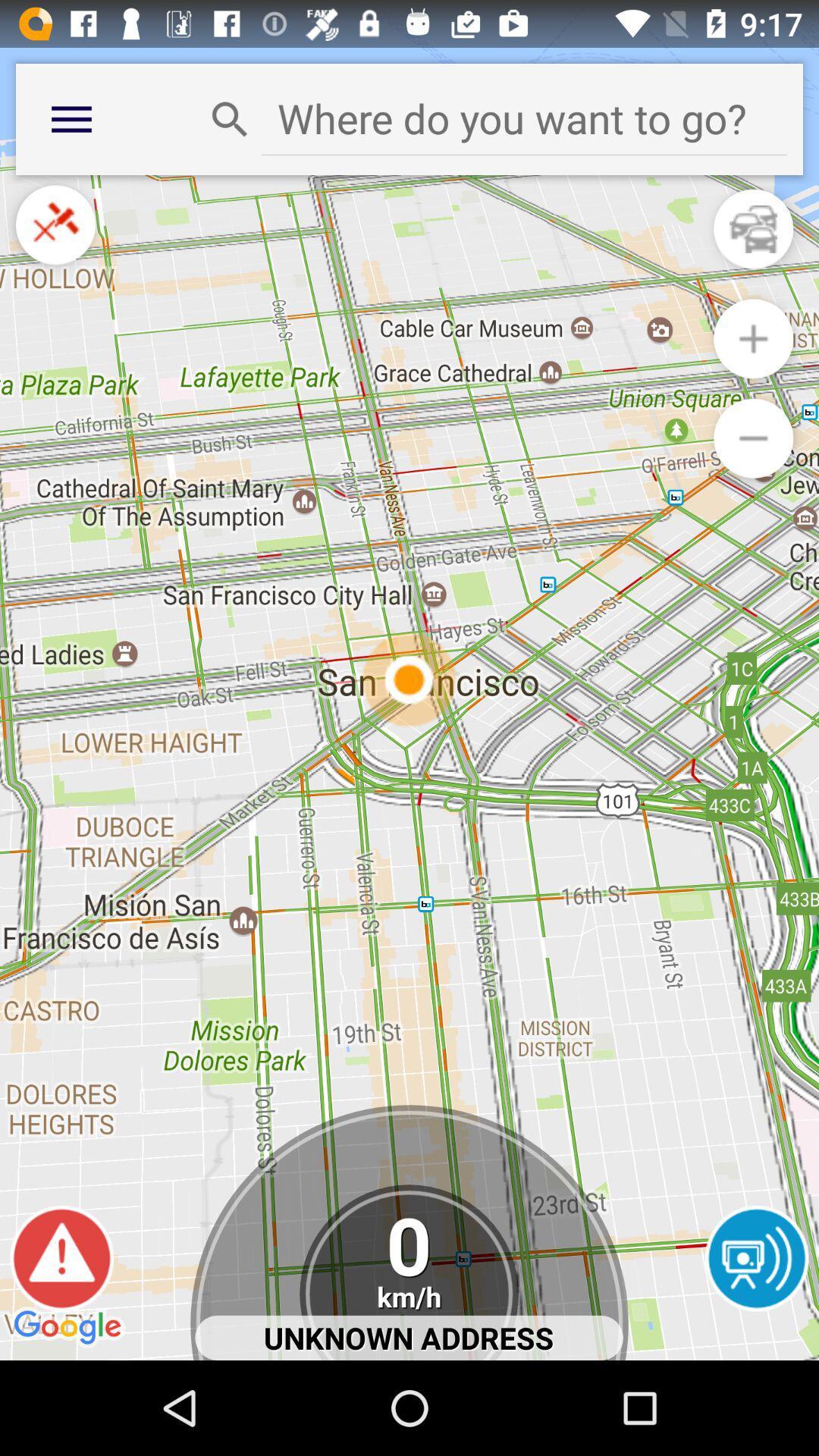  I want to click on the minus icon, so click(753, 468).